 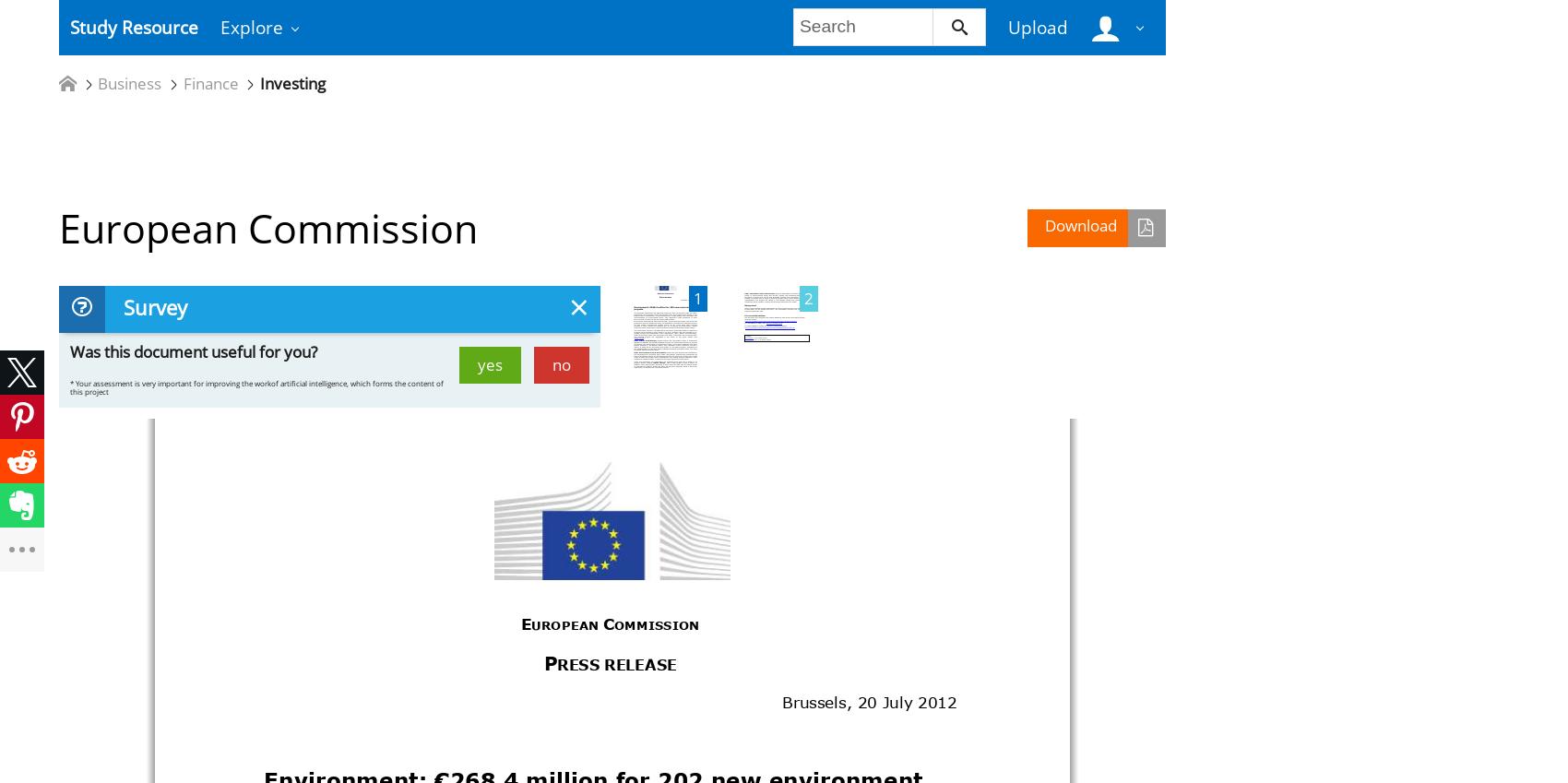 What do you see at coordinates (256, 386) in the screenshot?
I see `'* Your assessment is very important for improving the workof artificial intelligence, which forms the content of this project'` at bounding box center [256, 386].